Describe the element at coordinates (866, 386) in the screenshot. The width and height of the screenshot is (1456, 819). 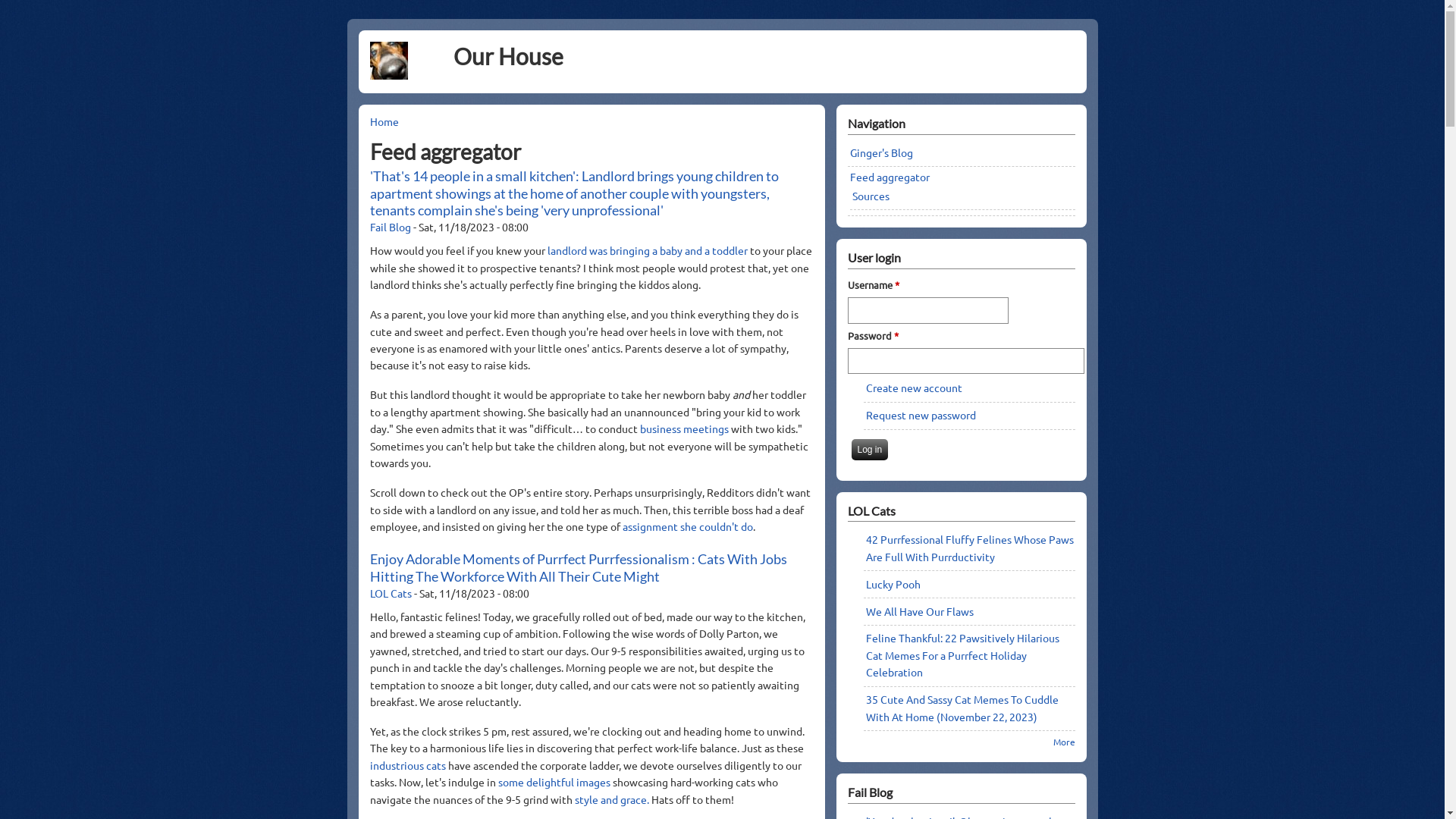
I see `'Create new account'` at that location.